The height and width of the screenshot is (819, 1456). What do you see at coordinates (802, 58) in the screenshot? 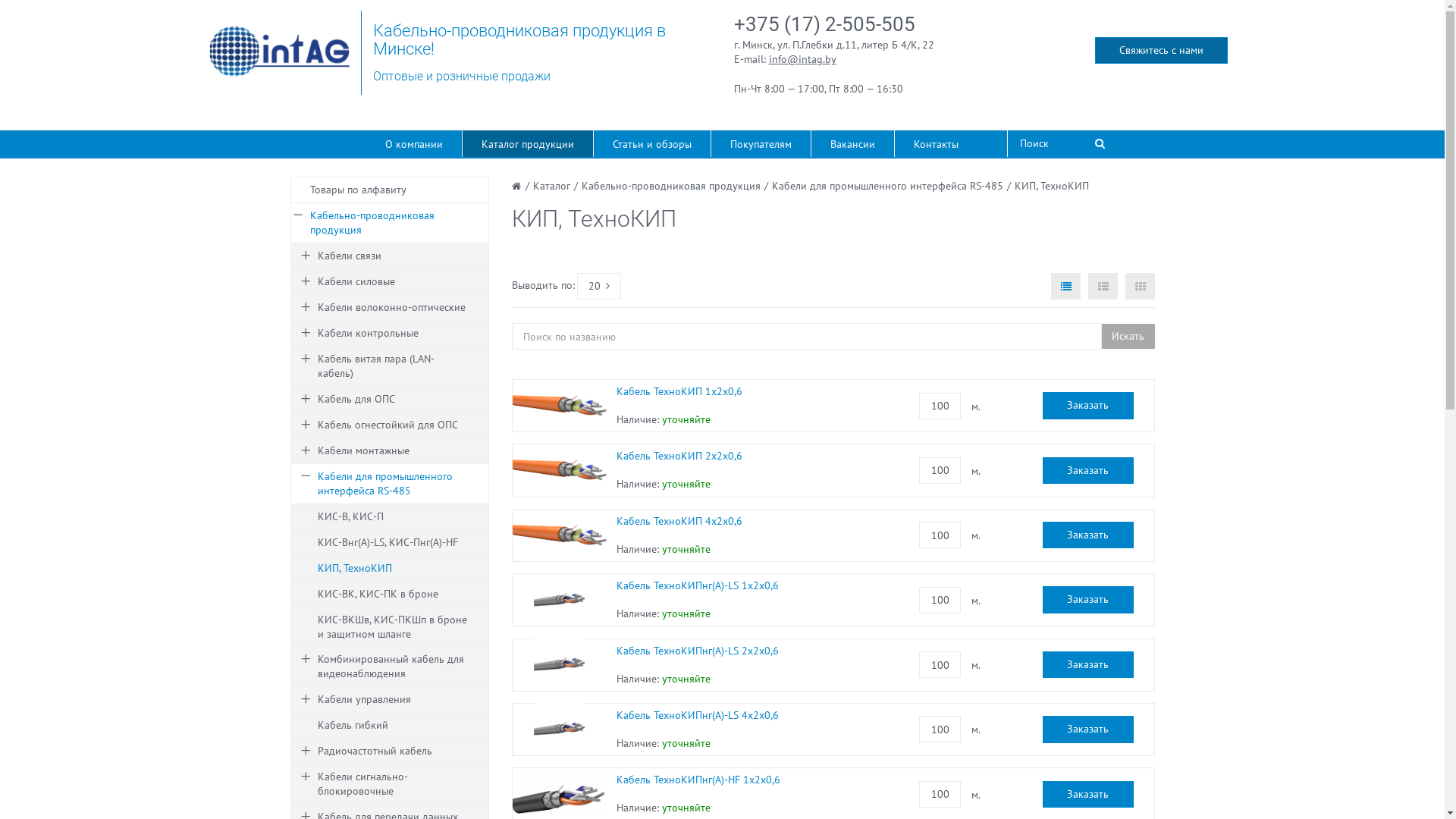
I see `'info@intag.by'` at bounding box center [802, 58].